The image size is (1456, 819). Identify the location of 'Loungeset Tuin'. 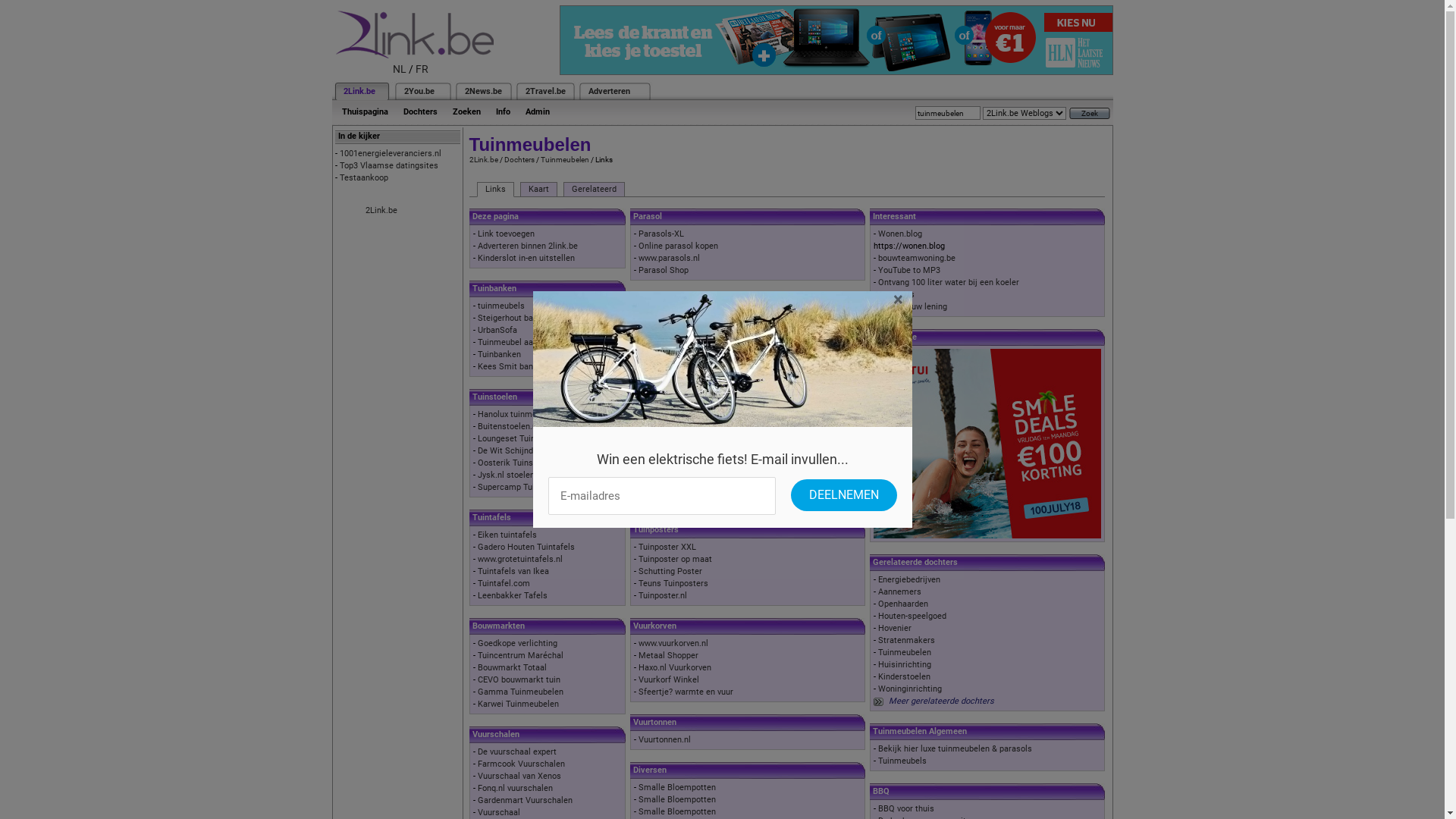
(506, 438).